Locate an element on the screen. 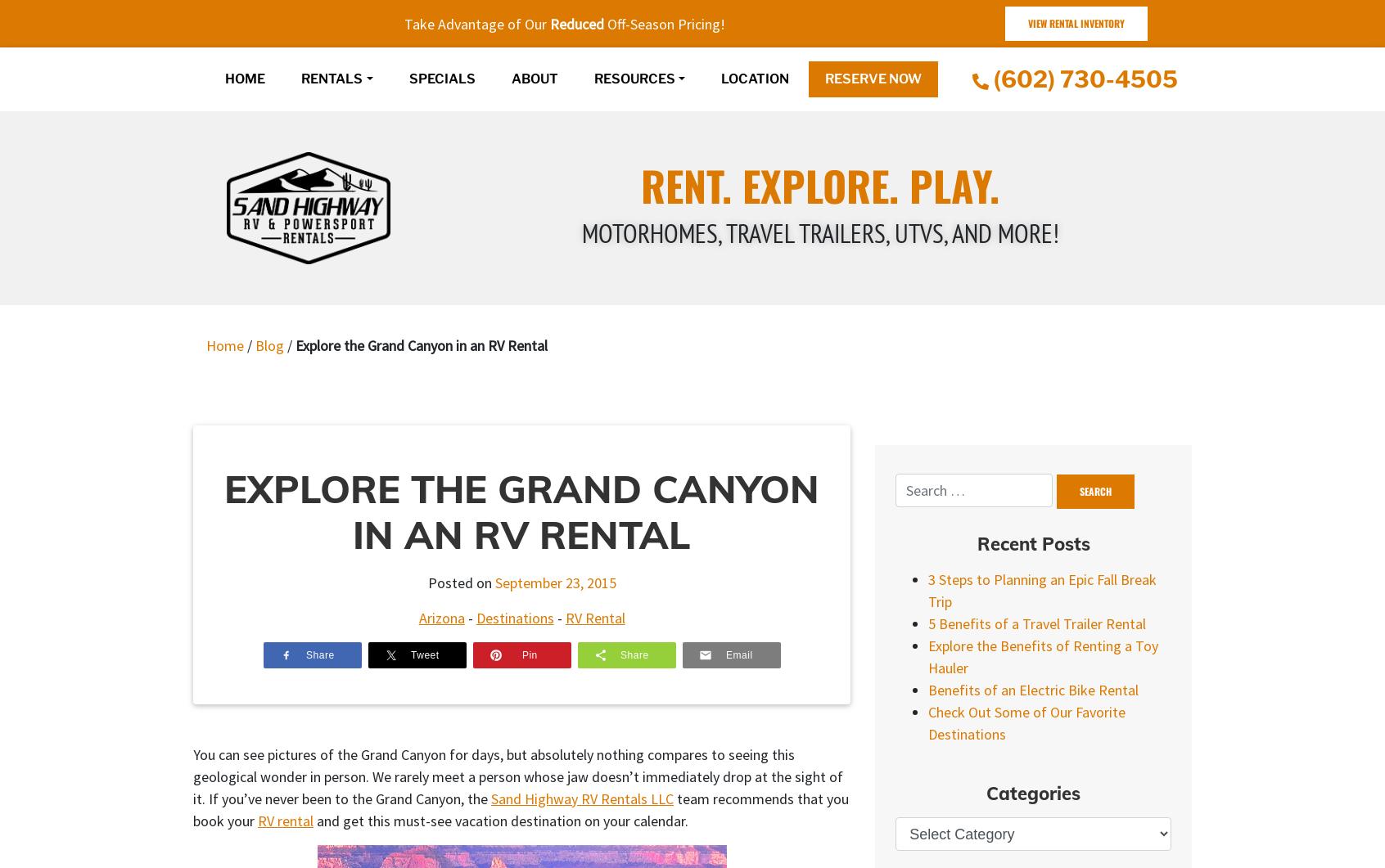  'Destinations' is located at coordinates (475, 617).